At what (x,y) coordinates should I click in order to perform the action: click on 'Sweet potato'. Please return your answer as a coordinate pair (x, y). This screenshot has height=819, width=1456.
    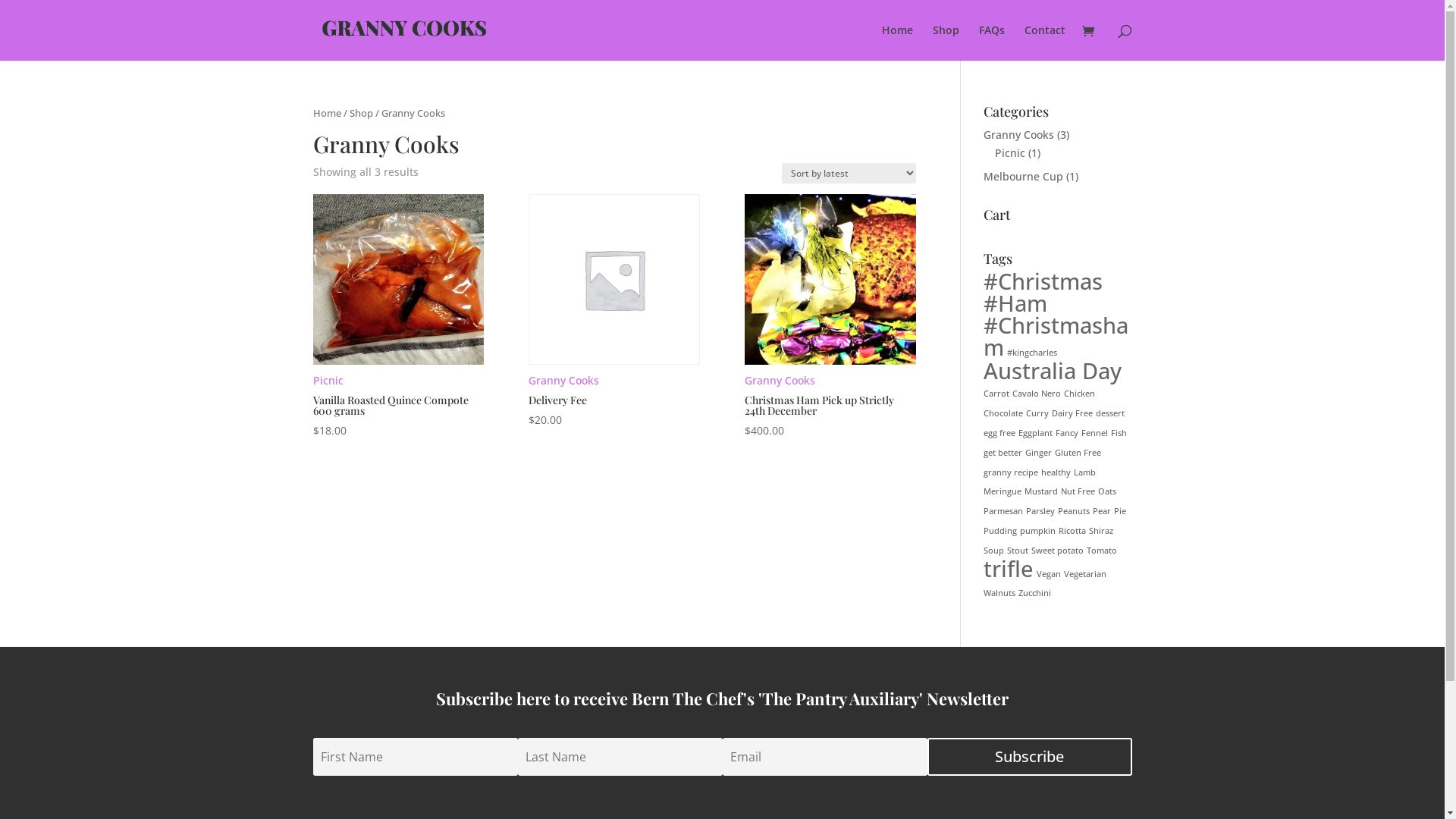
    Looking at the image, I should click on (1056, 550).